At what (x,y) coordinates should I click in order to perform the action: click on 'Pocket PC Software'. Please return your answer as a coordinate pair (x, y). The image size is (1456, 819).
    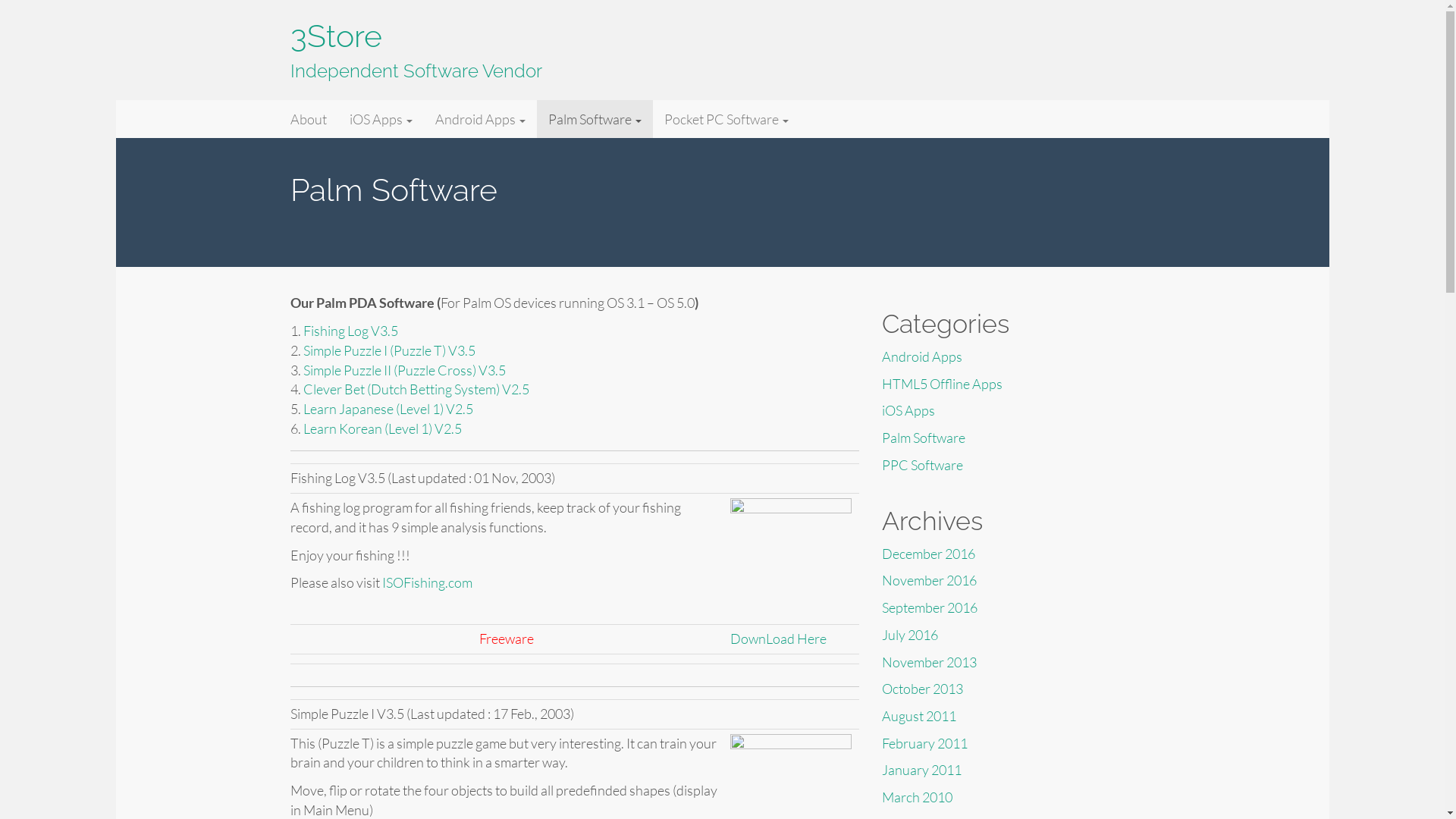
    Looking at the image, I should click on (724, 118).